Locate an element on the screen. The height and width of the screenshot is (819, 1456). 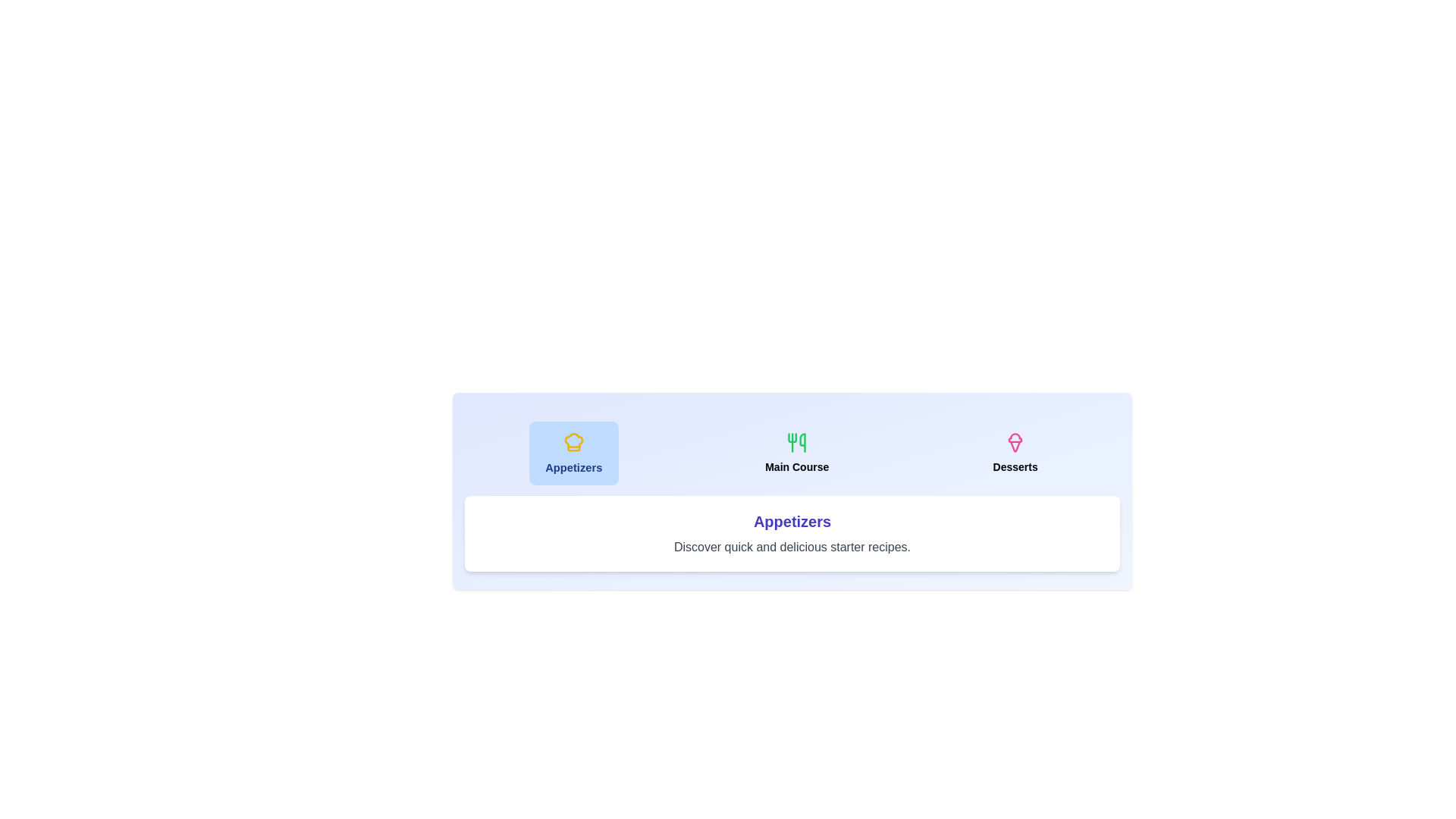
the tab labeled Main Course to display its associated category is located at coordinates (796, 452).